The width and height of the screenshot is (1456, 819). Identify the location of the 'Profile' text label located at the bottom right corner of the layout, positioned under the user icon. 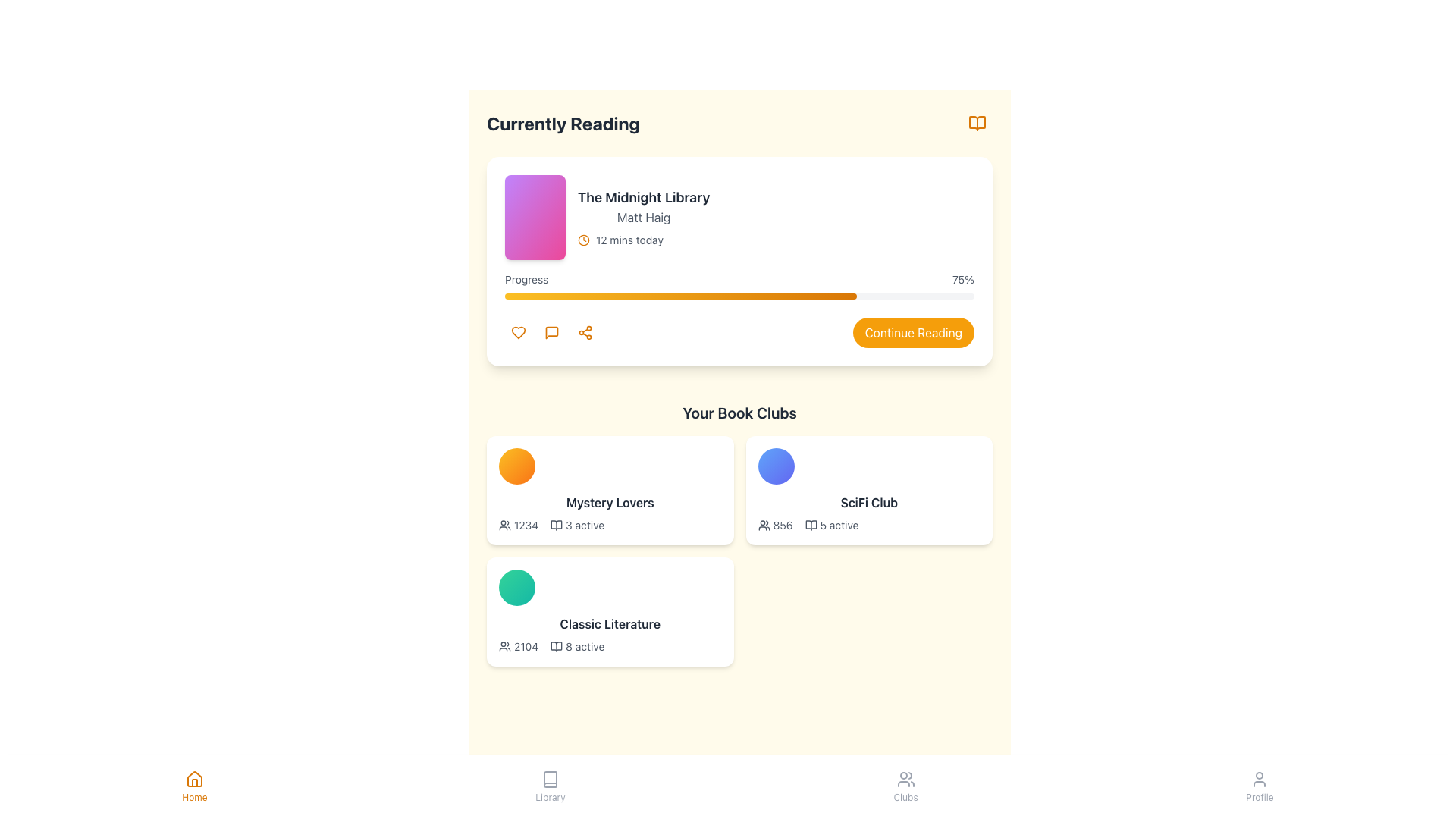
(1260, 797).